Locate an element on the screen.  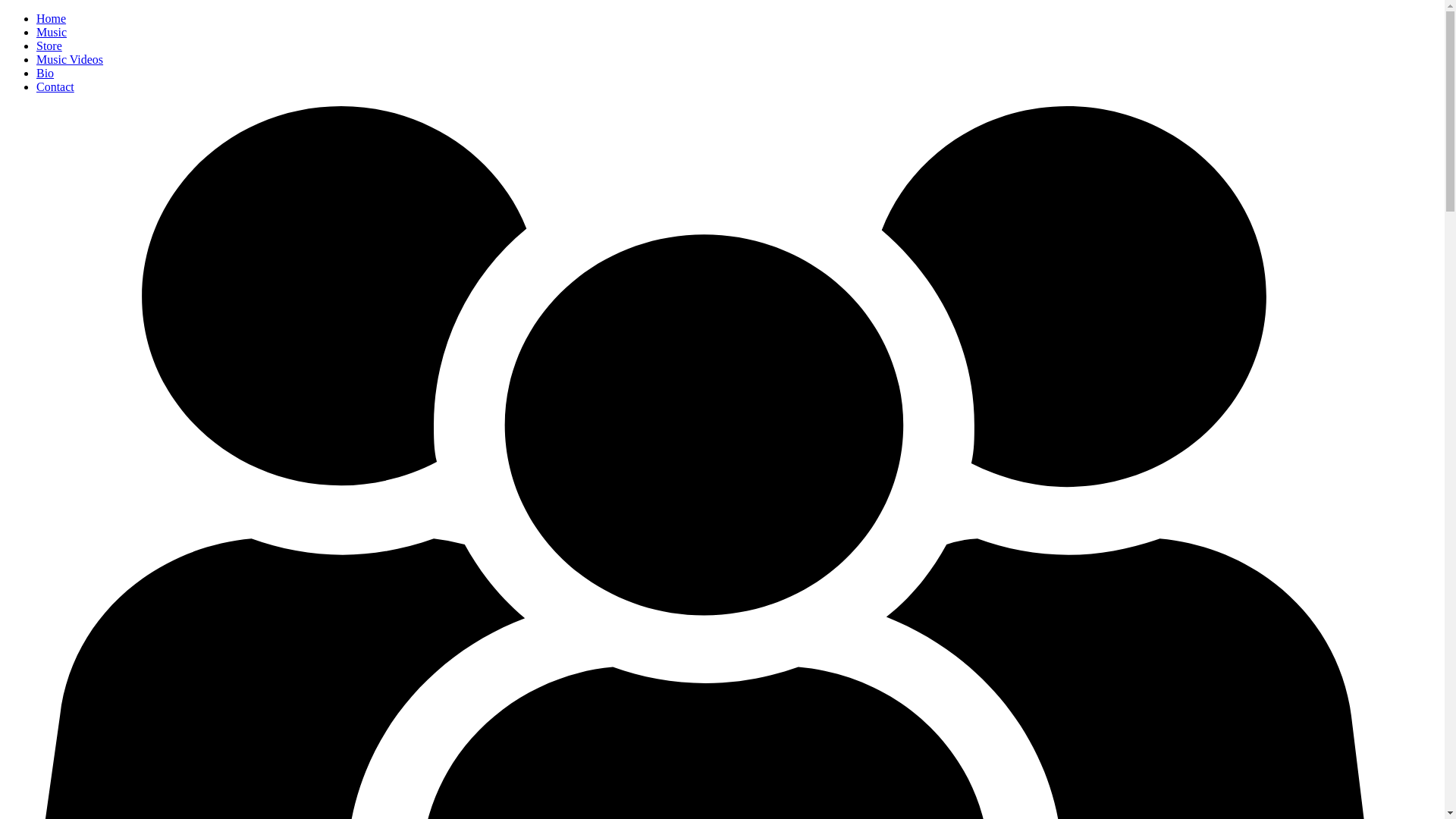
'Bio' is located at coordinates (45, 73).